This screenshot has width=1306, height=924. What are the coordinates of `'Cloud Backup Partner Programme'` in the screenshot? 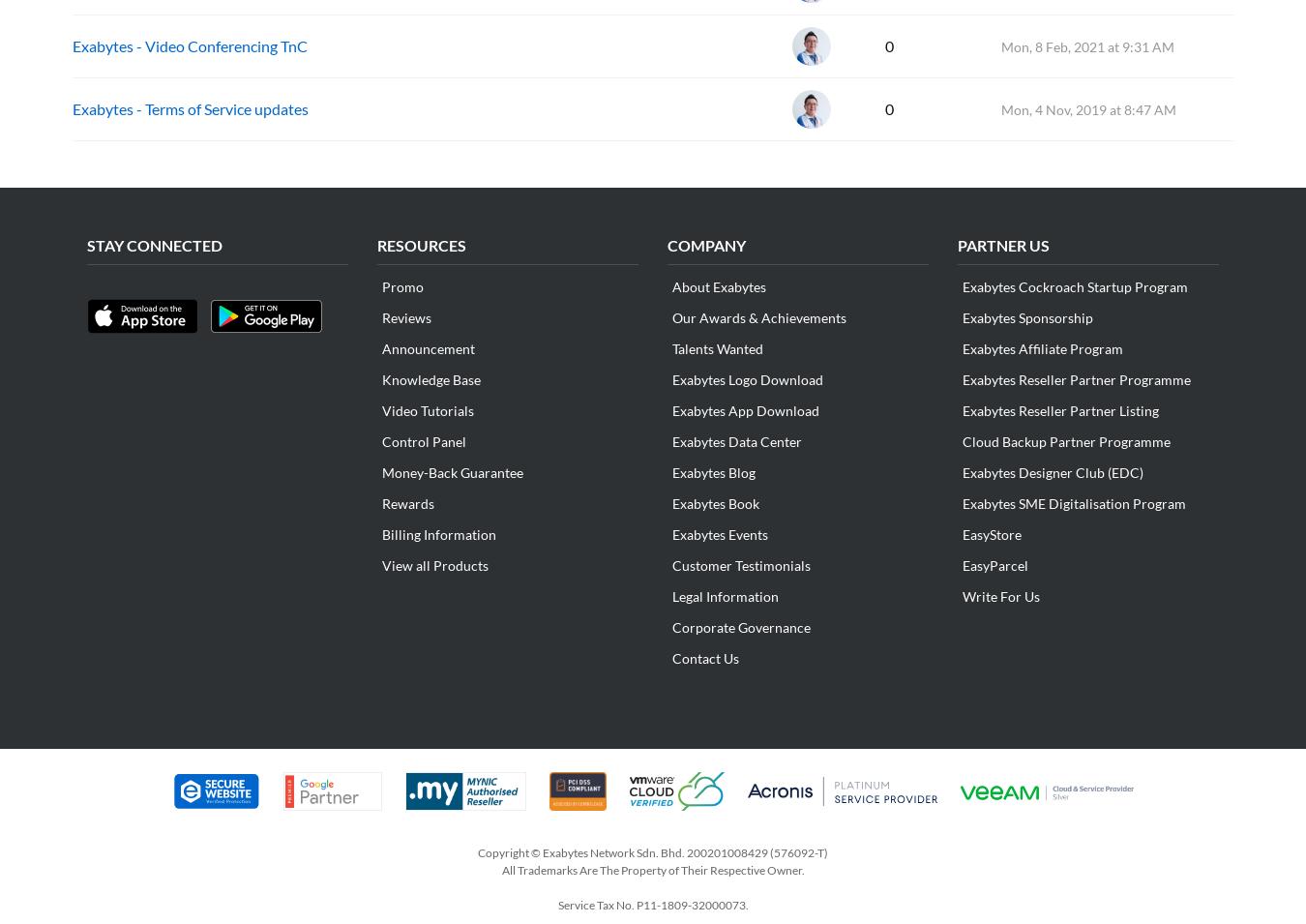 It's located at (1066, 440).